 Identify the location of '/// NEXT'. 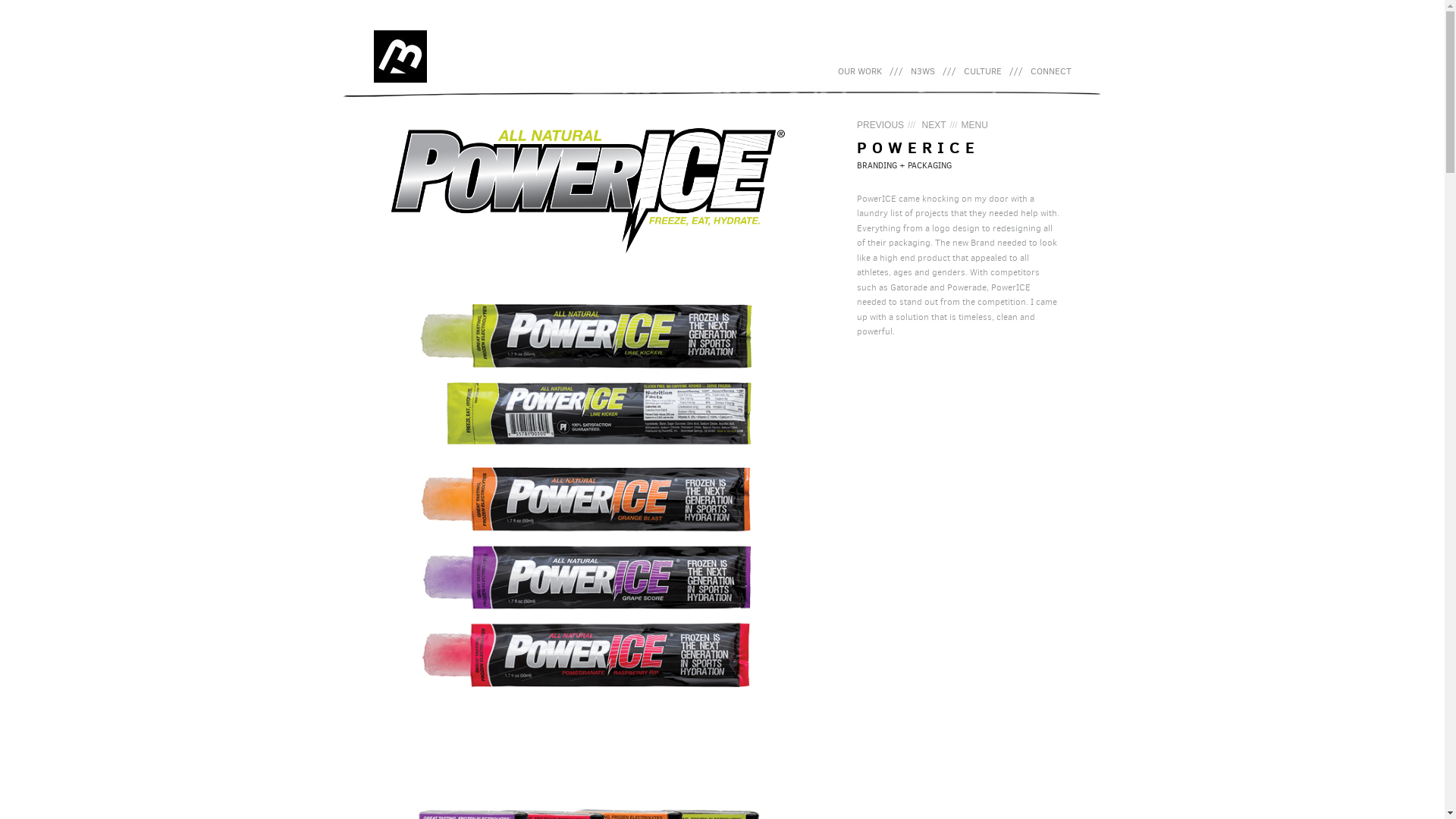
(924, 124).